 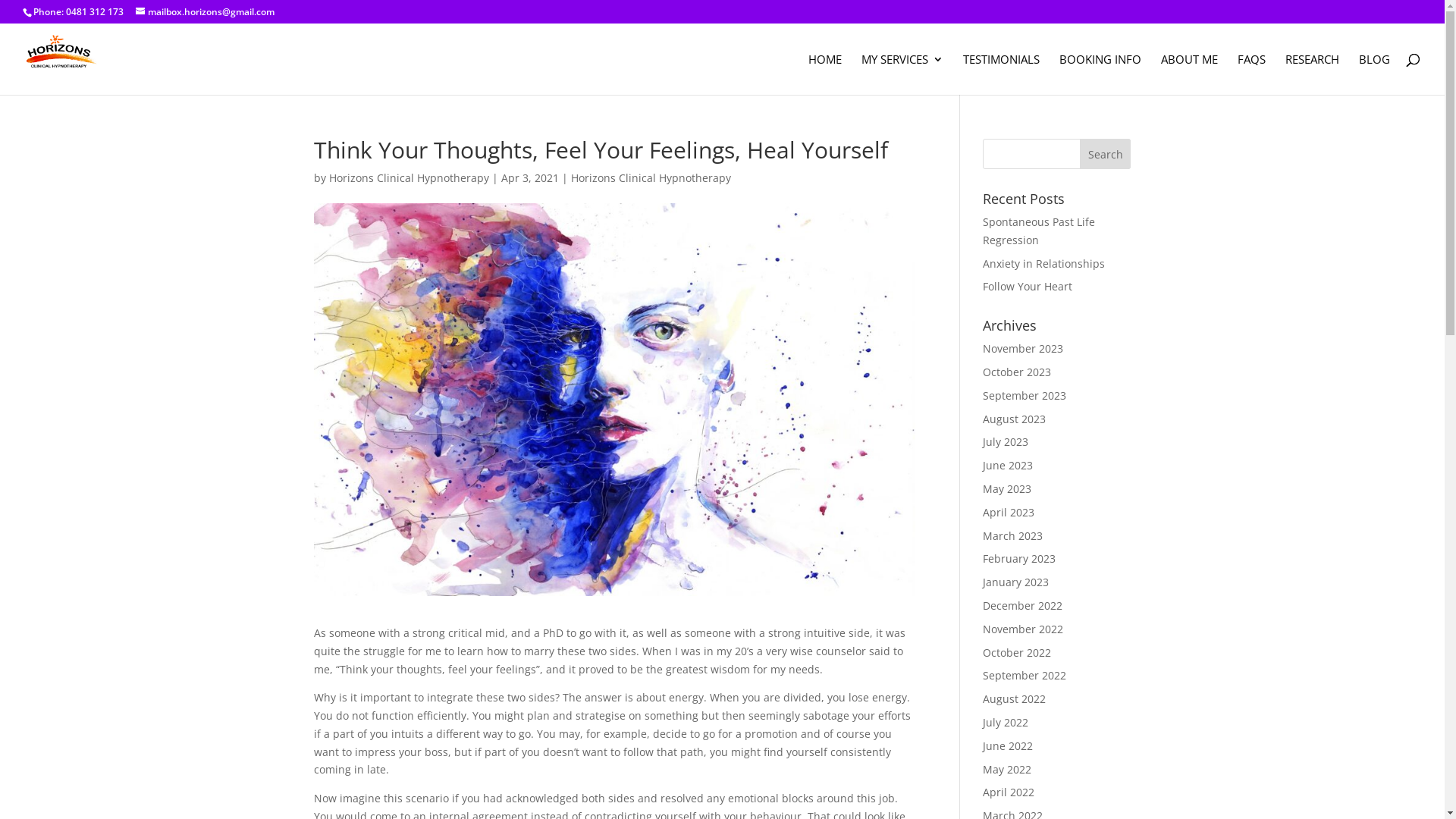 I want to click on 'Phone: 0481 312 173', so click(x=77, y=11).